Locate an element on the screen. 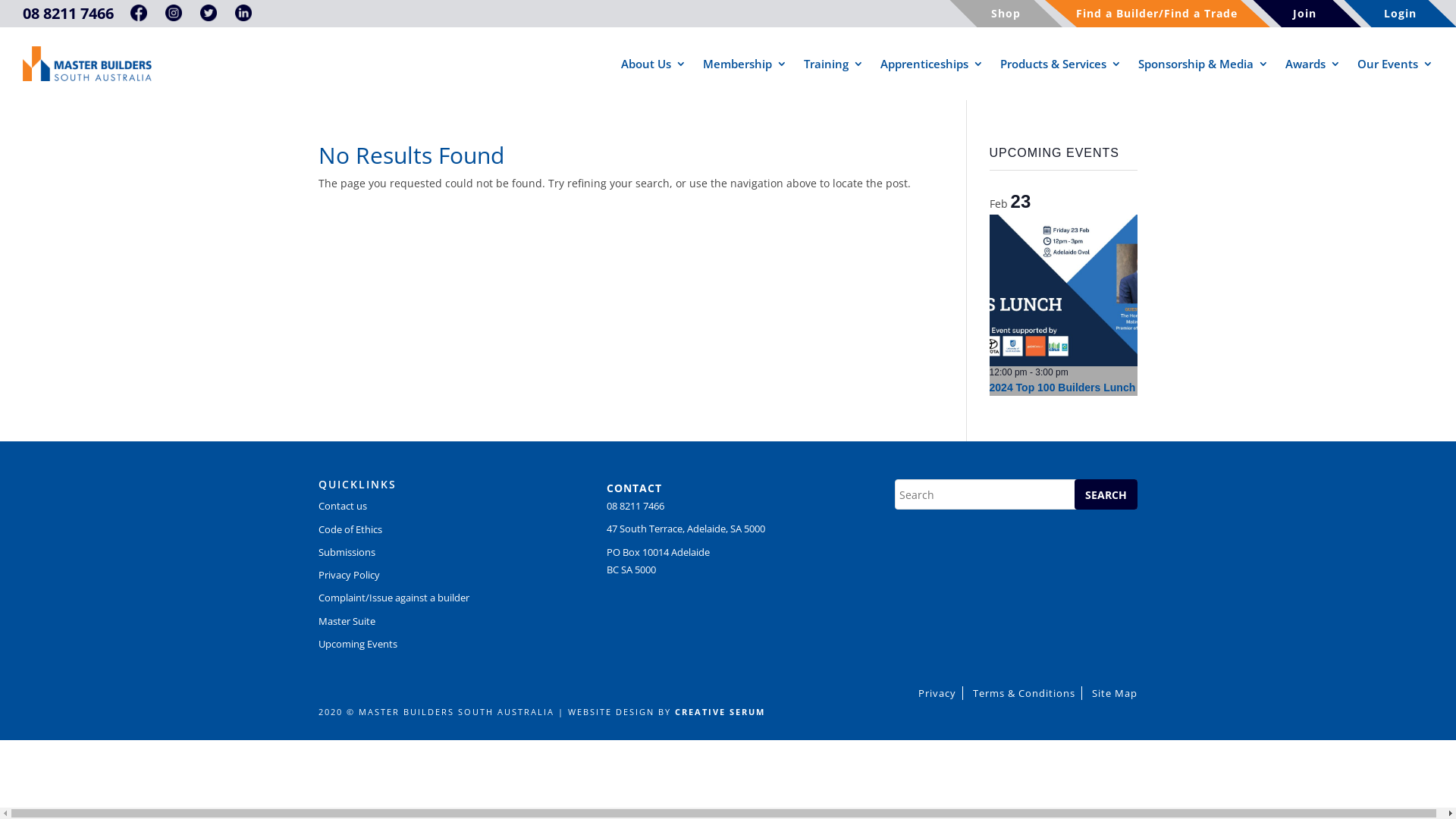 This screenshot has width=1456, height=819. 'Terms & Conditions' is located at coordinates (1024, 693).